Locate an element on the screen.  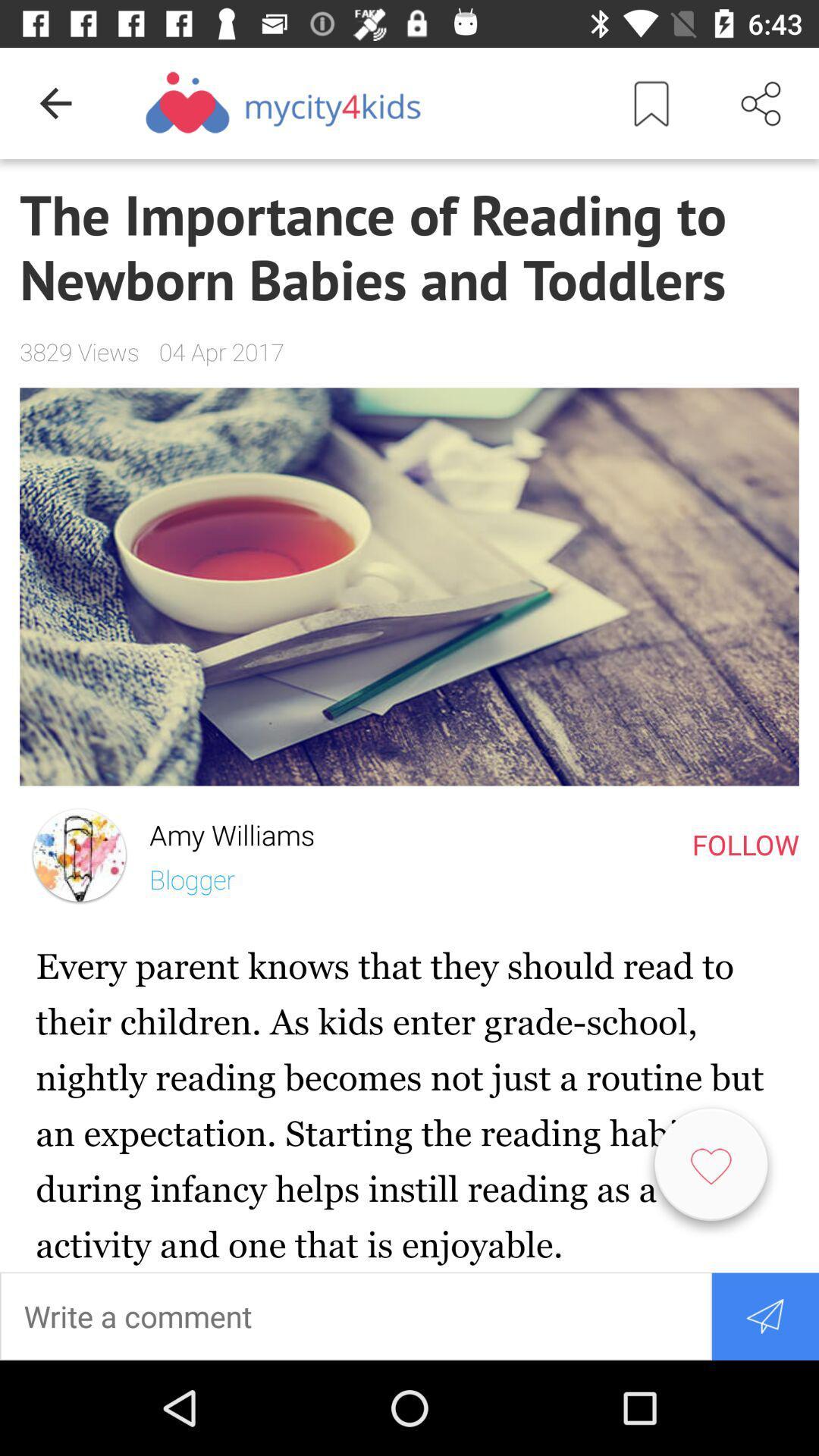
the icon above blogger is located at coordinates (222, 830).